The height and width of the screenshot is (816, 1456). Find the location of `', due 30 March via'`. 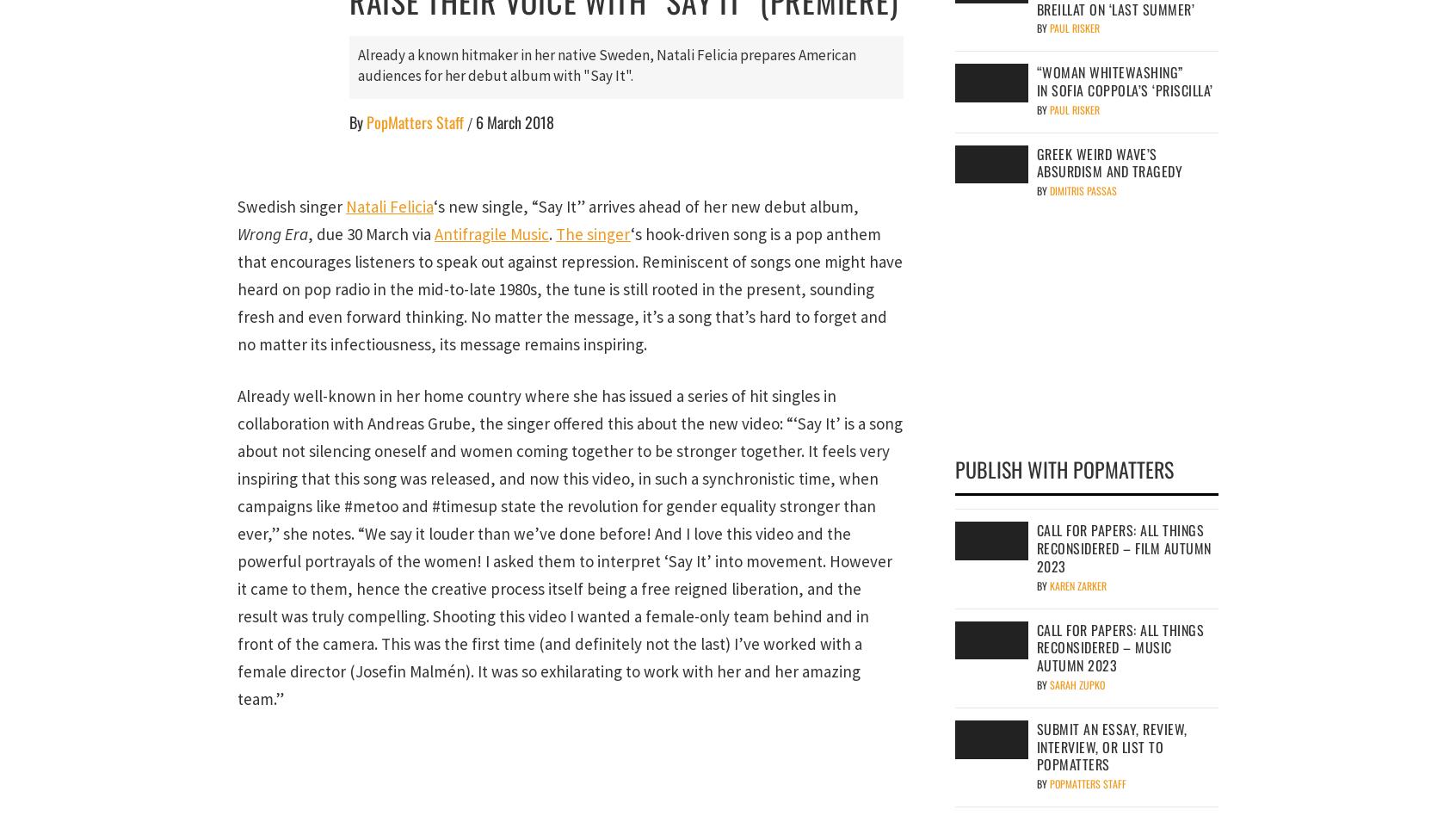

', due 30 March via' is located at coordinates (370, 233).